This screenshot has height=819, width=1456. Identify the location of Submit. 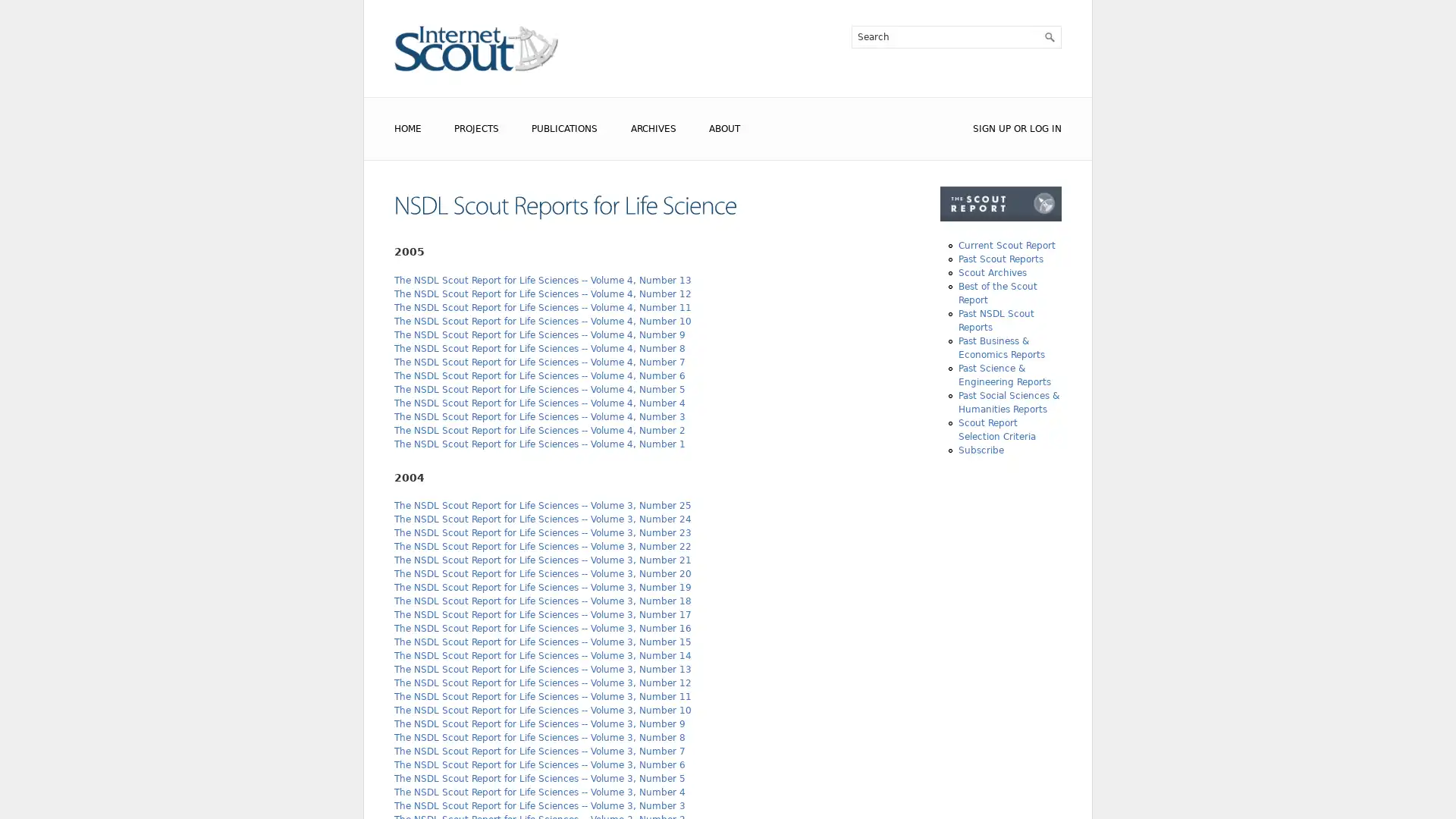
(1048, 36).